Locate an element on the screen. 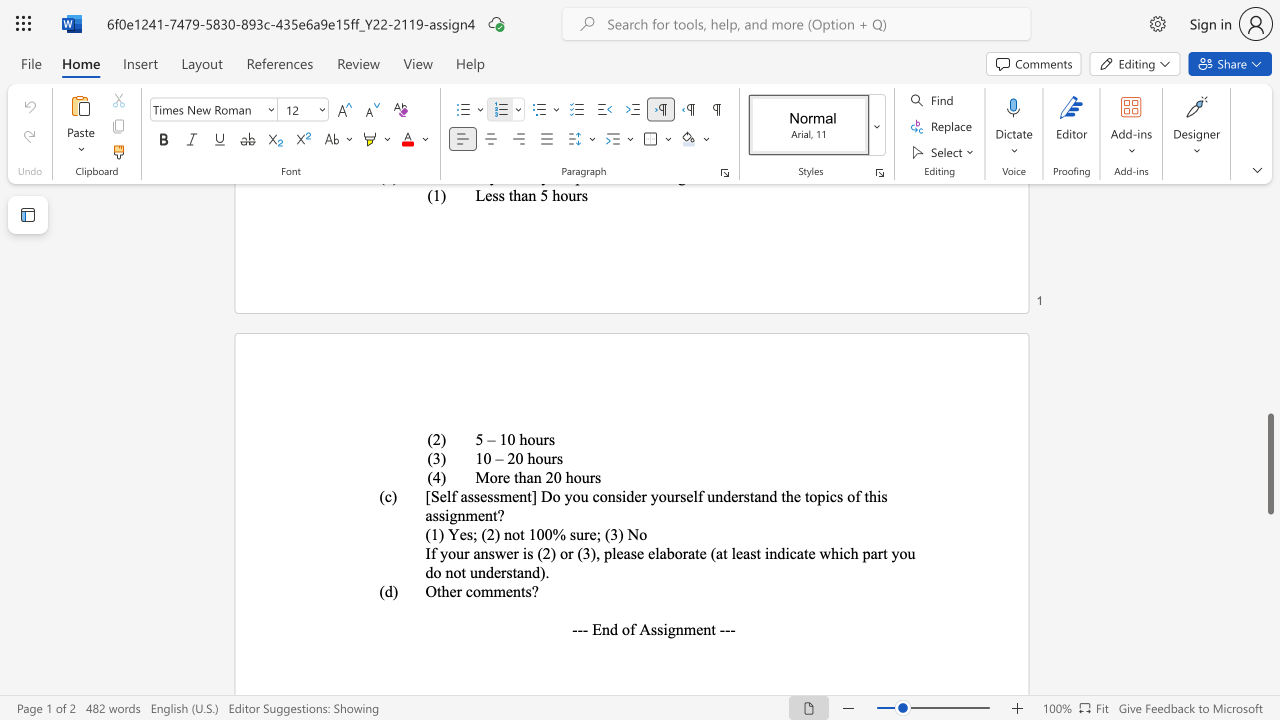 This screenshot has height=720, width=1280. the 3th character "e" in the text is located at coordinates (640, 553).